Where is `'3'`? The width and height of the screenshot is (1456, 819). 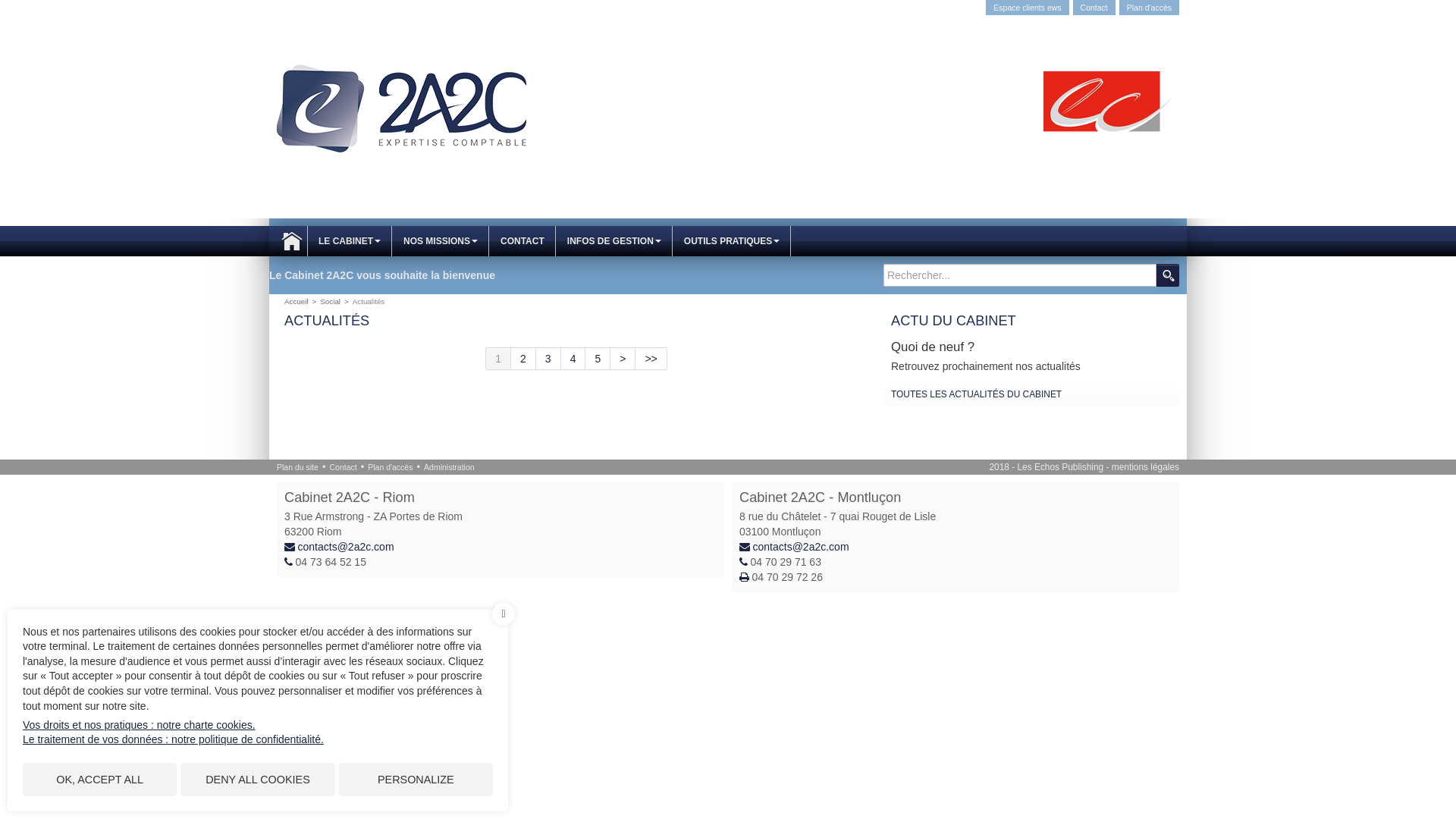
'3' is located at coordinates (548, 359).